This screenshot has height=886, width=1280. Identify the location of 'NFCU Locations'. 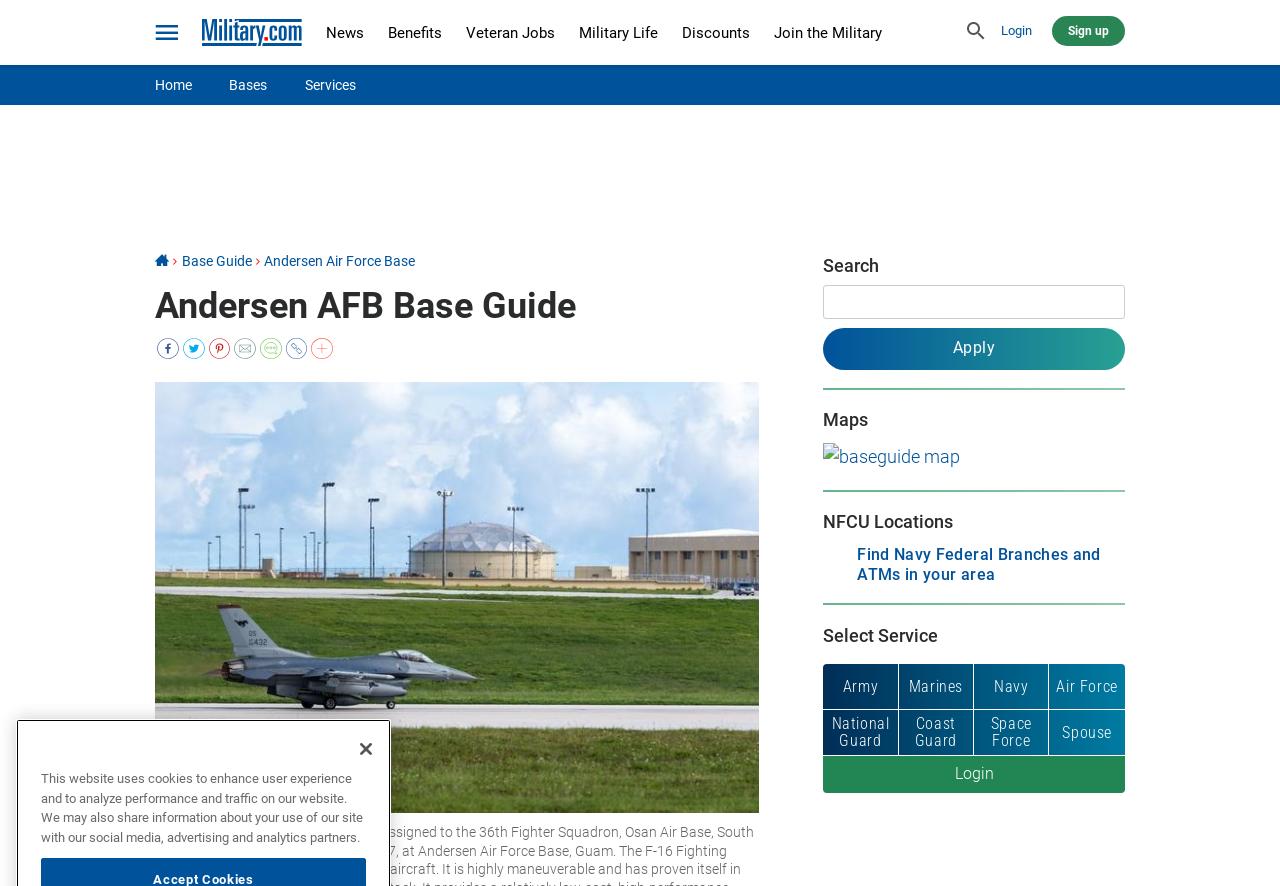
(886, 519).